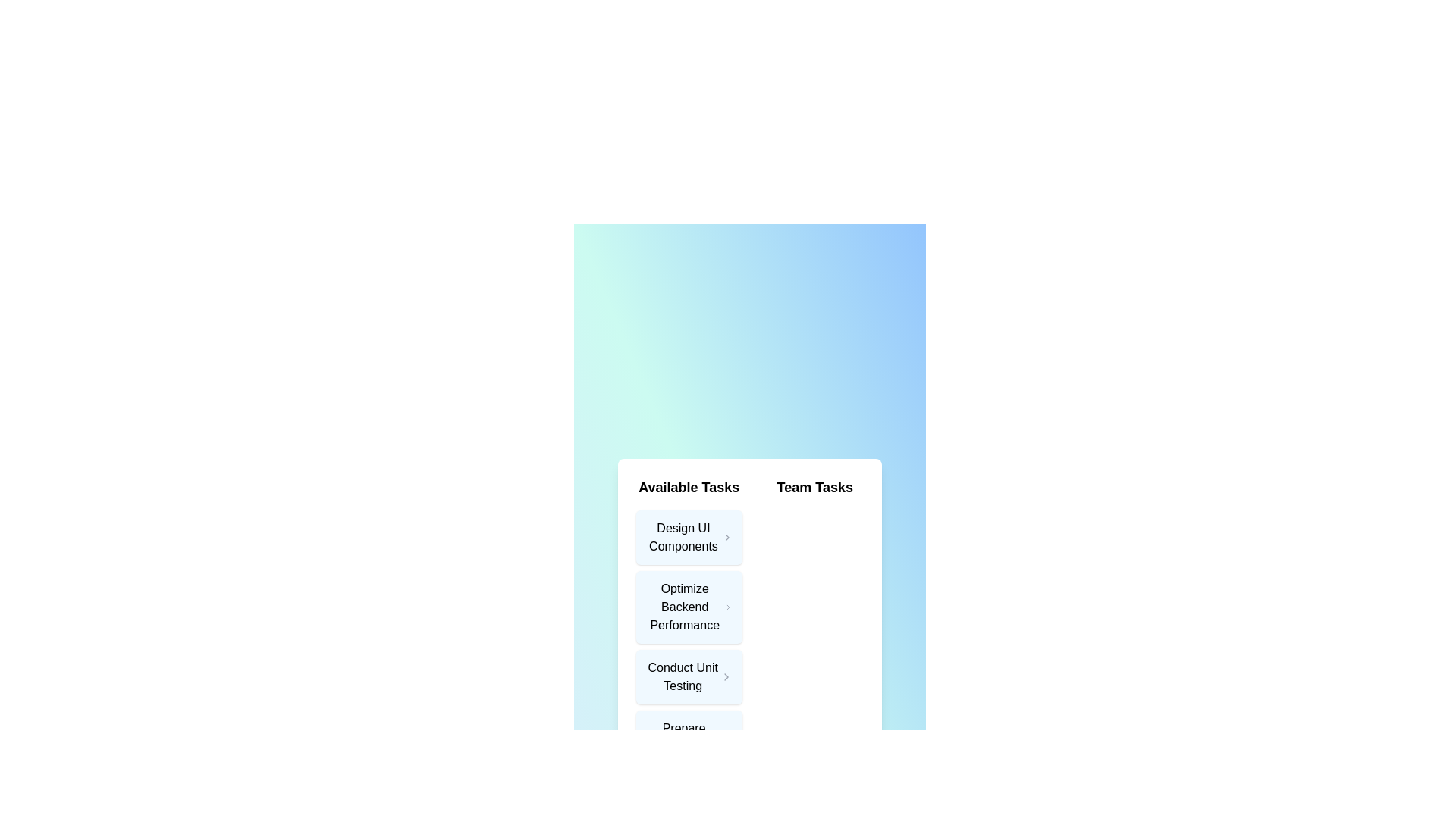 This screenshot has height=819, width=1456. I want to click on chevron icon next to the task 'Design UI Components' to move it from 'Team Tasks' to 'Available Tasks', so click(726, 537).